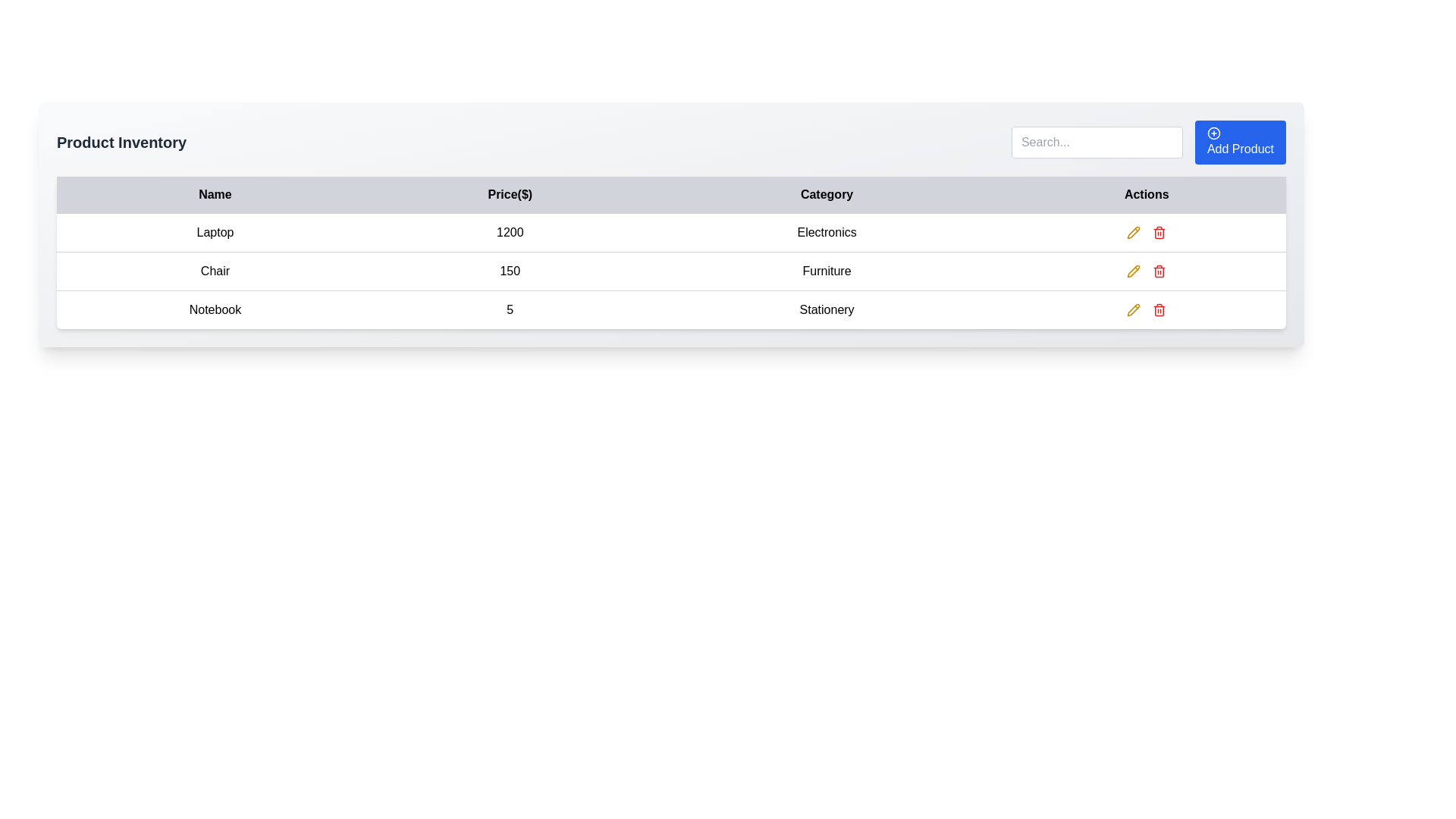  What do you see at coordinates (1159, 233) in the screenshot?
I see `the red trash icon button located in the first row of the table under the 'Actions' header` at bounding box center [1159, 233].